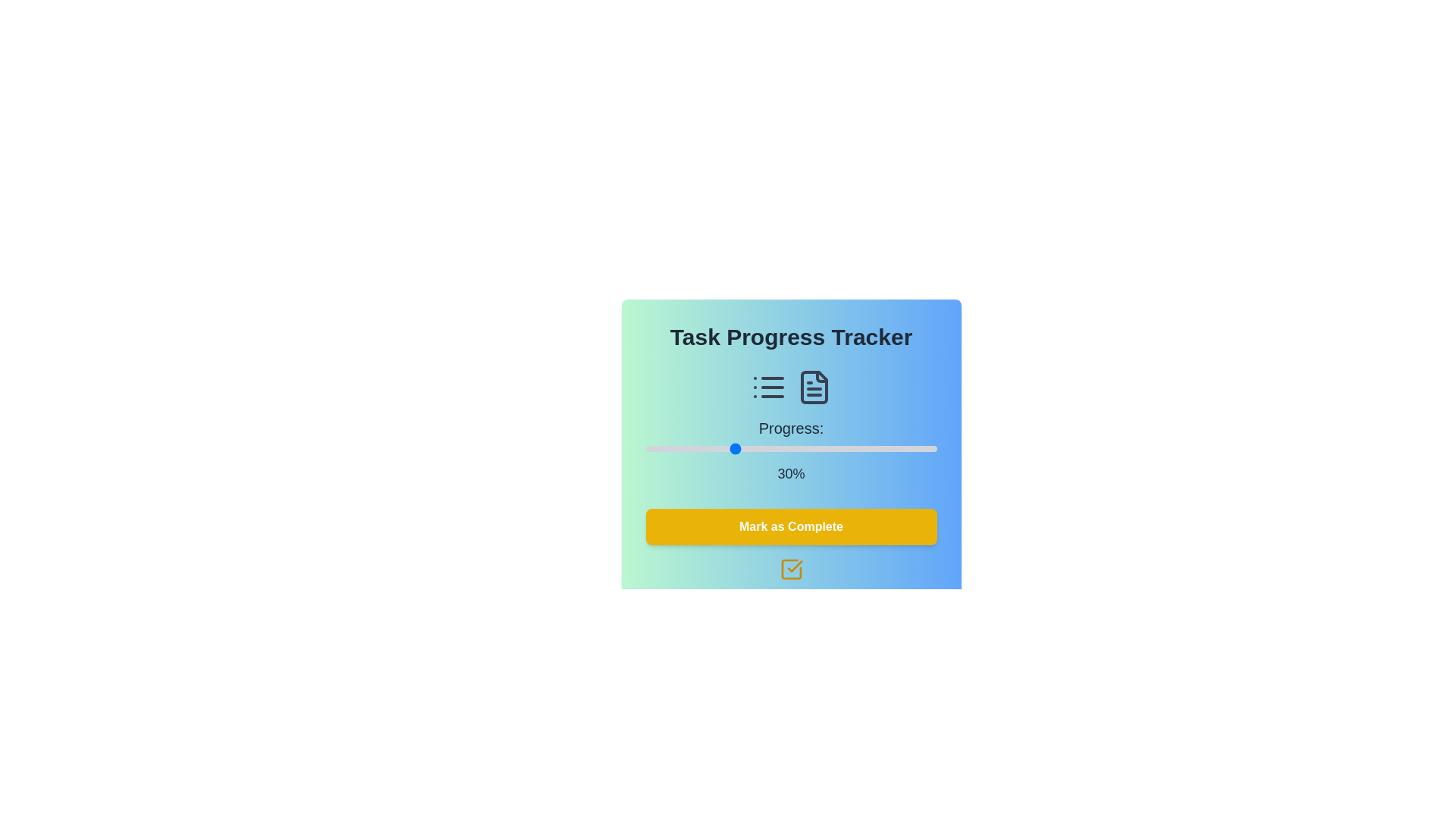  Describe the element at coordinates (881, 447) in the screenshot. I see `the slider to set the progress to 81%` at that location.